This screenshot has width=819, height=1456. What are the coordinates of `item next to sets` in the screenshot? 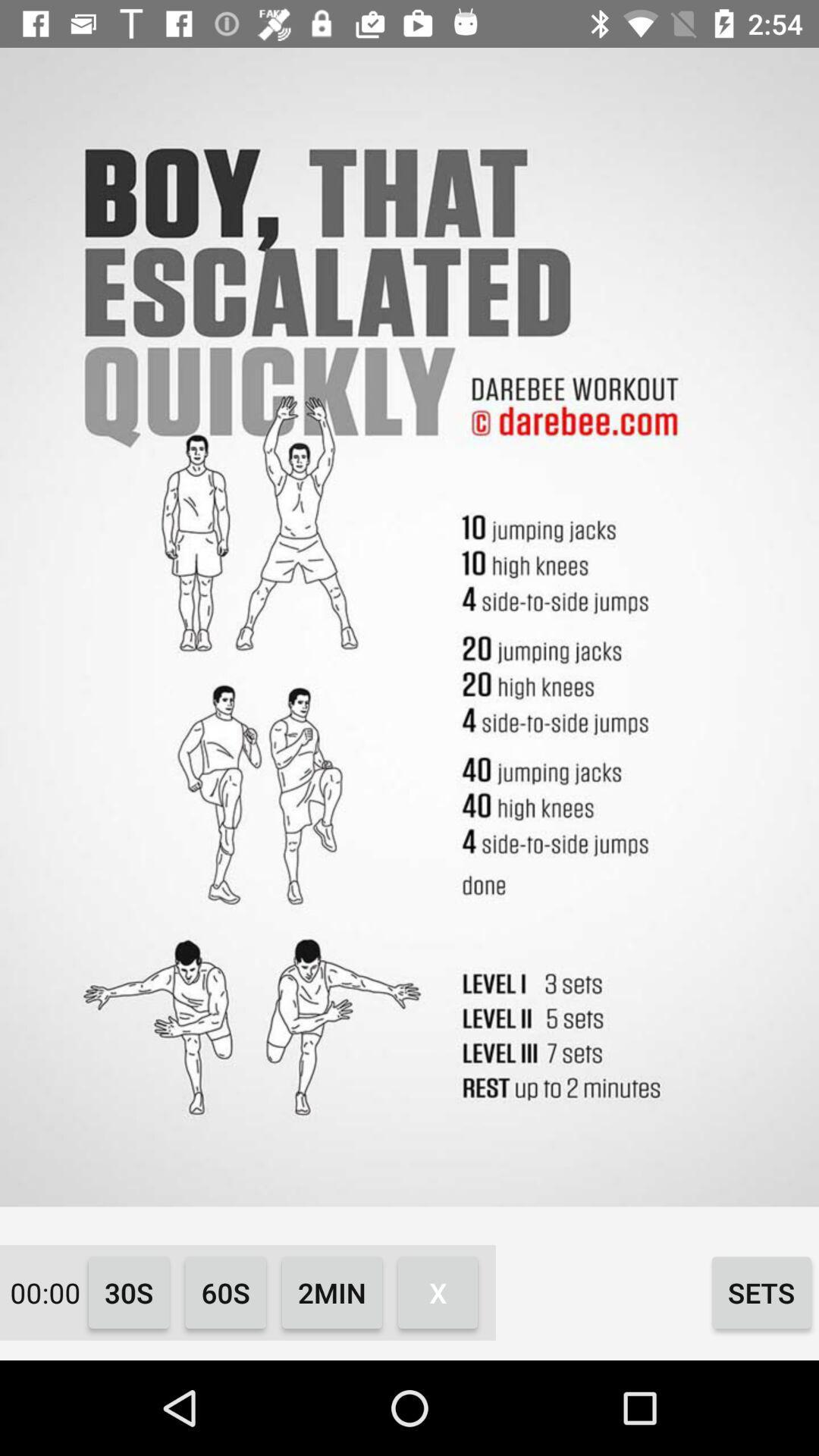 It's located at (438, 1291).